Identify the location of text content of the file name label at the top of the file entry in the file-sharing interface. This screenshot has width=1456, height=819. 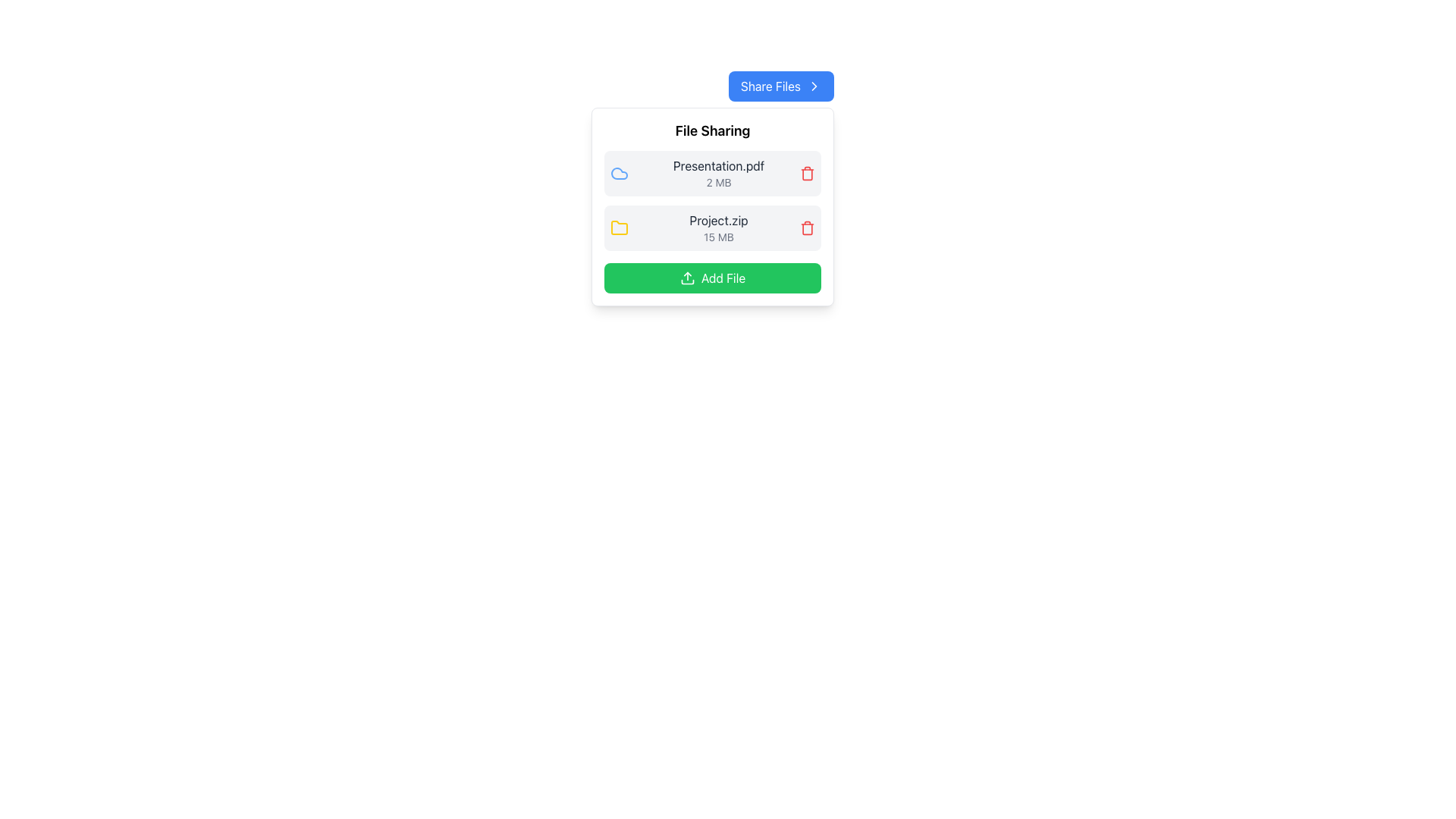
(718, 166).